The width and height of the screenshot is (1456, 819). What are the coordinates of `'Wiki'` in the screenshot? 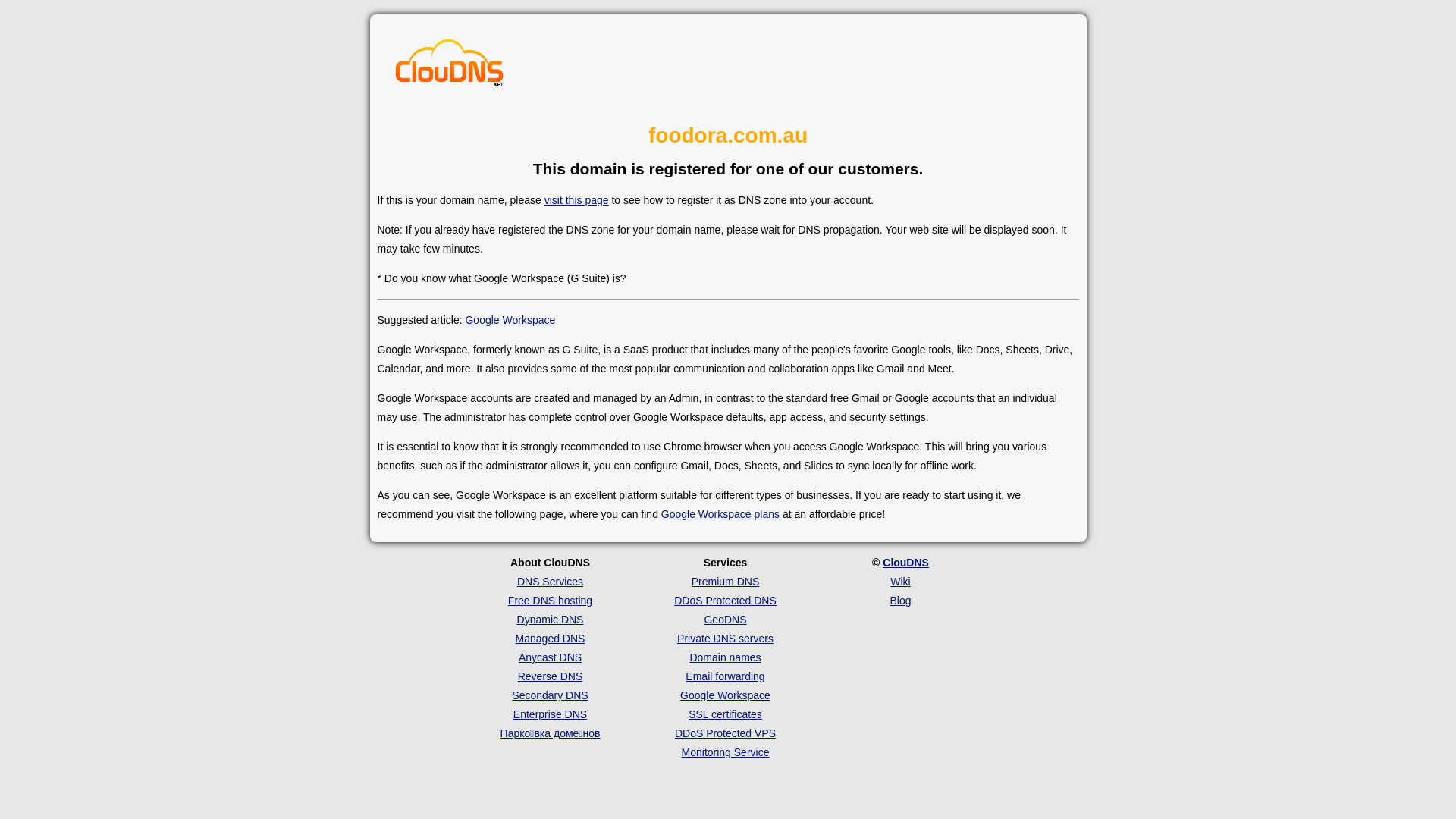 It's located at (899, 581).